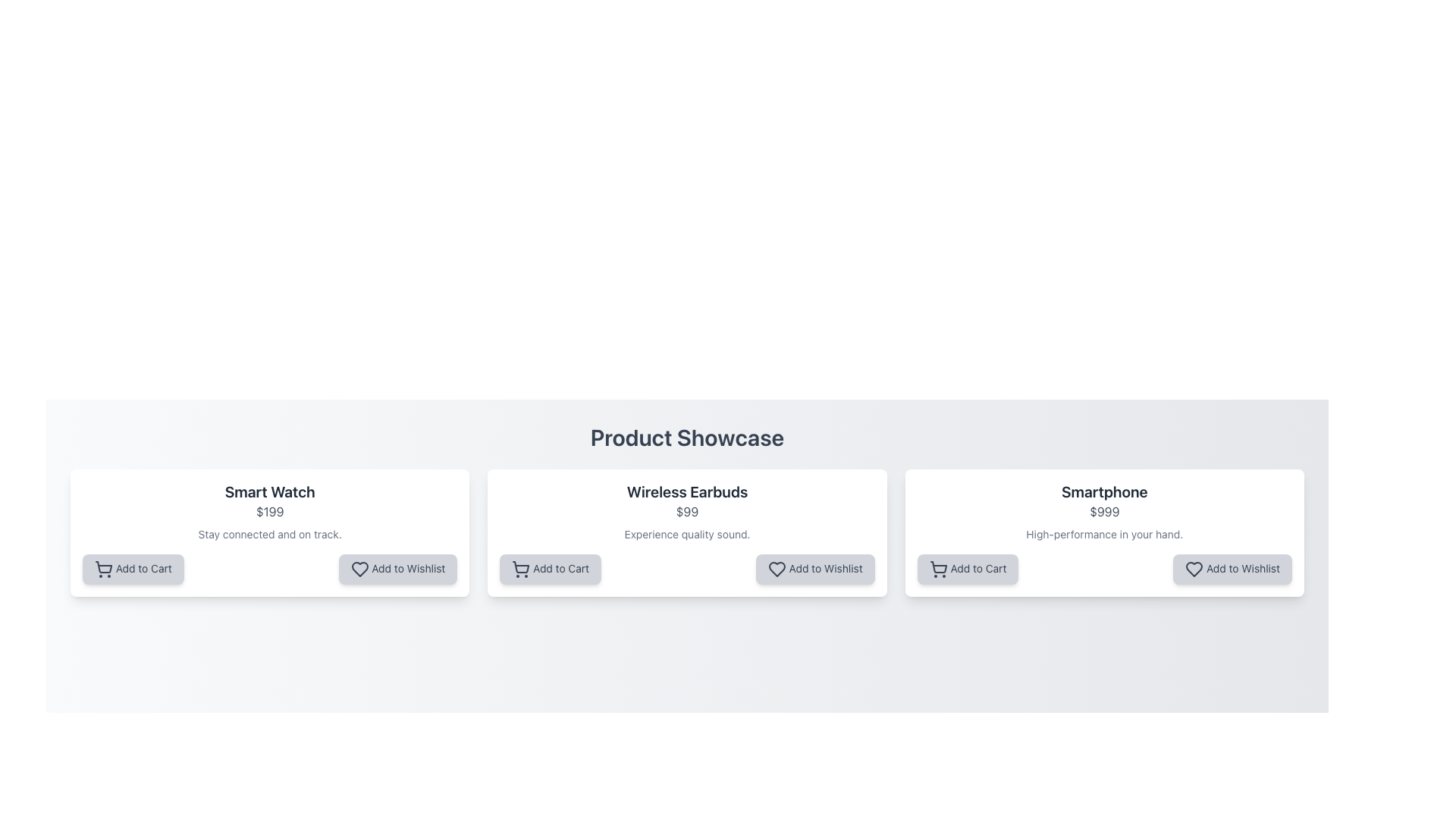 Image resolution: width=1456 pixels, height=819 pixels. What do you see at coordinates (937, 570) in the screenshot?
I see `the 'Add to Cart' icon located to the left of the 'Add to Cart' text label within the 'Smartphone' product card` at bounding box center [937, 570].